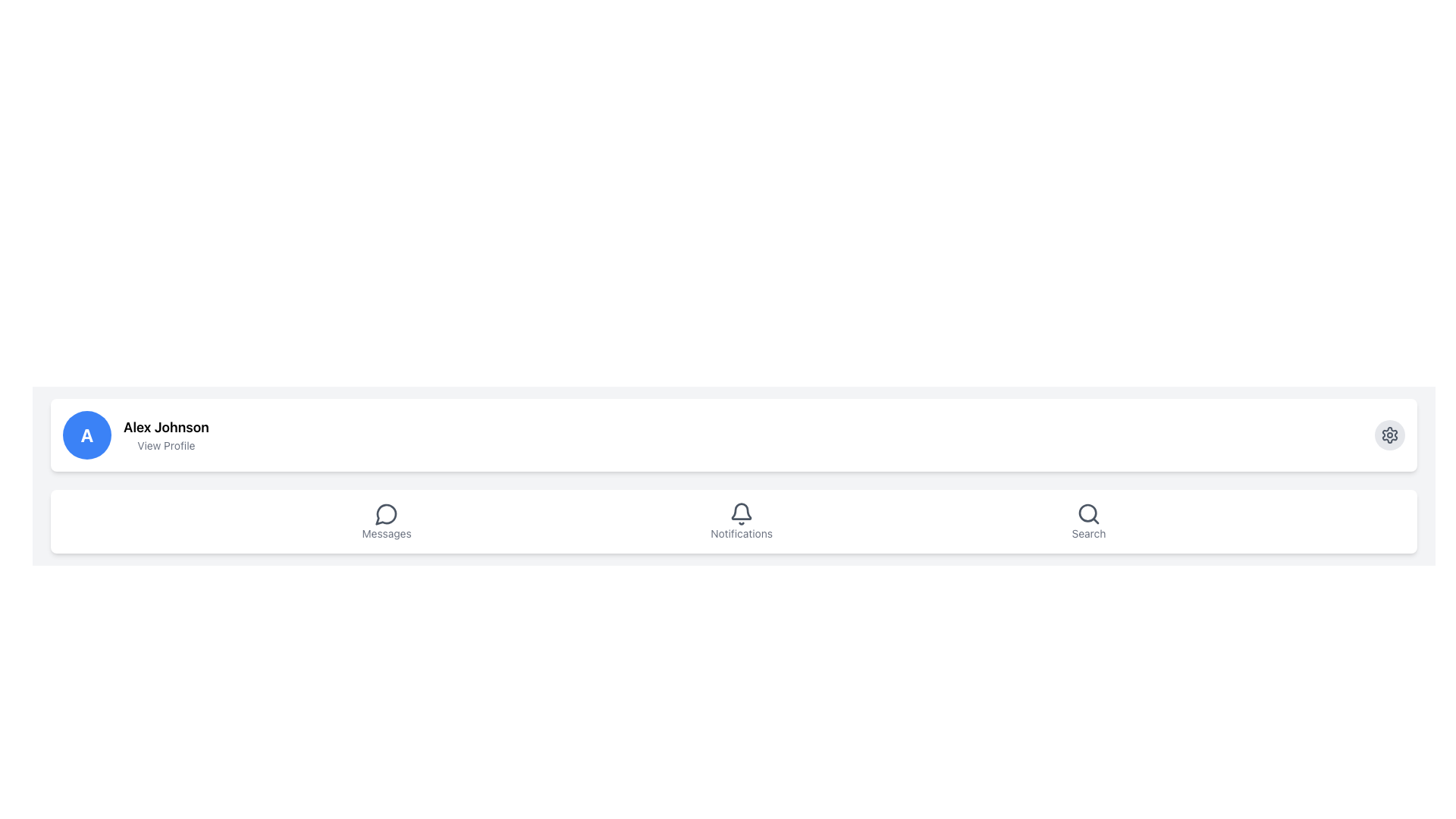  Describe the element at coordinates (387, 513) in the screenshot. I see `the messaging icon located in the second position of the horizontal navigation bar, directly above the 'Messages' text label` at that location.